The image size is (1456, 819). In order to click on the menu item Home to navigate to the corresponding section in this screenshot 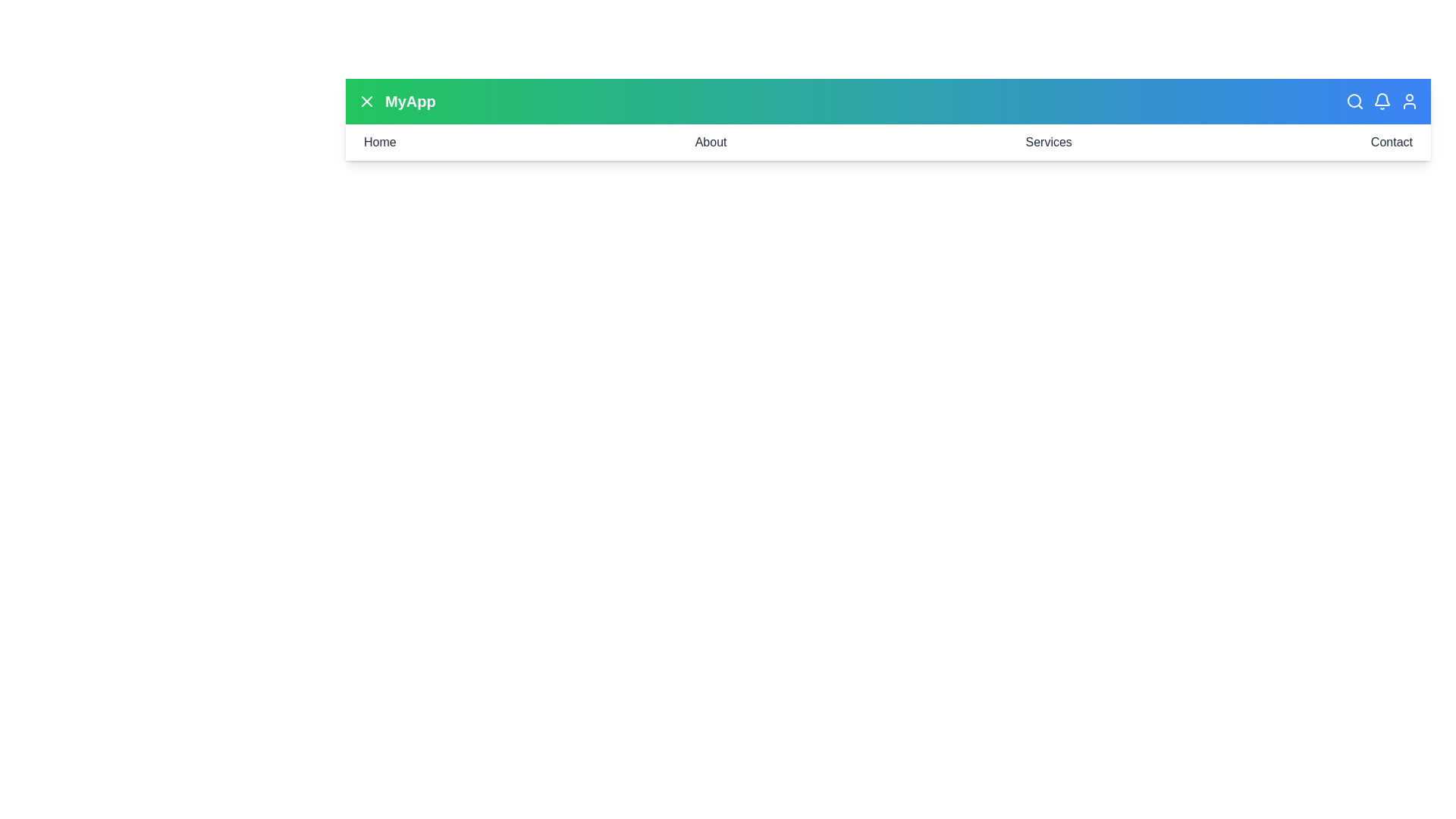, I will do `click(379, 143)`.